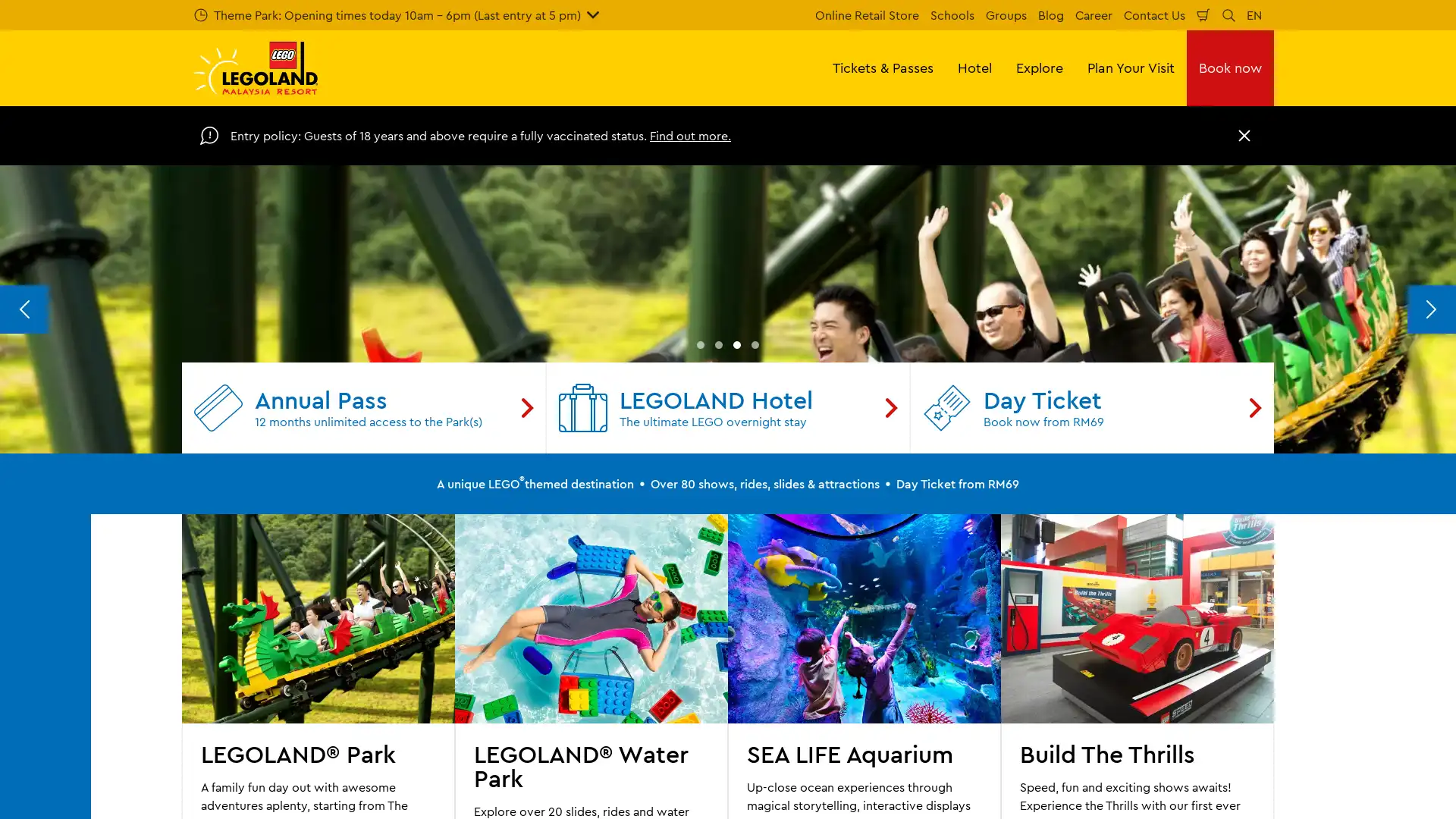  Describe the element at coordinates (736, 646) in the screenshot. I see `Go to slide 3` at that location.